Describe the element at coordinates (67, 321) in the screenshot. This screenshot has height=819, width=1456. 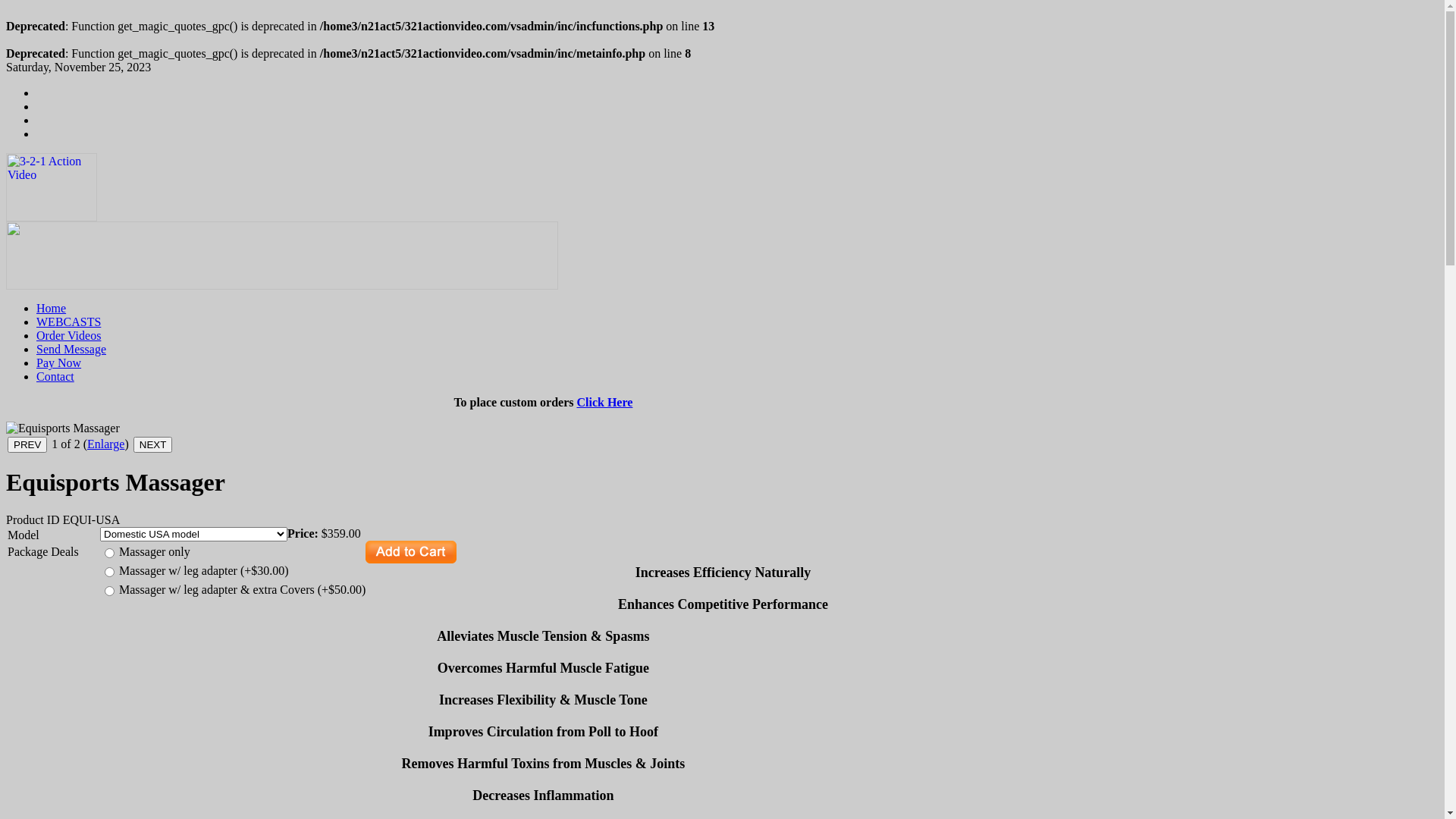
I see `'WEBCASTS'` at that location.